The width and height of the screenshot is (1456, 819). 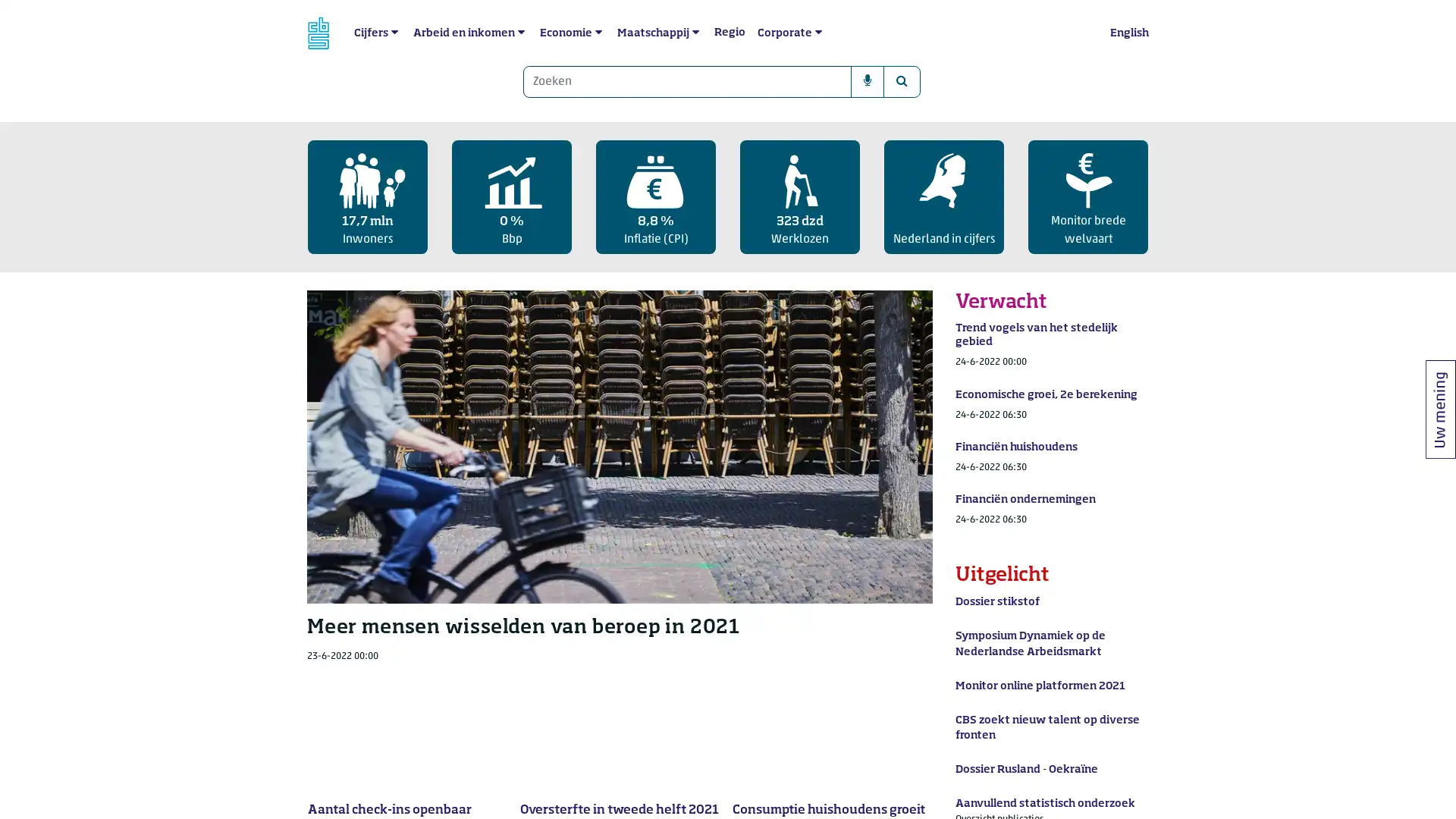 What do you see at coordinates (695, 32) in the screenshot?
I see `submenu Maatschappij` at bounding box center [695, 32].